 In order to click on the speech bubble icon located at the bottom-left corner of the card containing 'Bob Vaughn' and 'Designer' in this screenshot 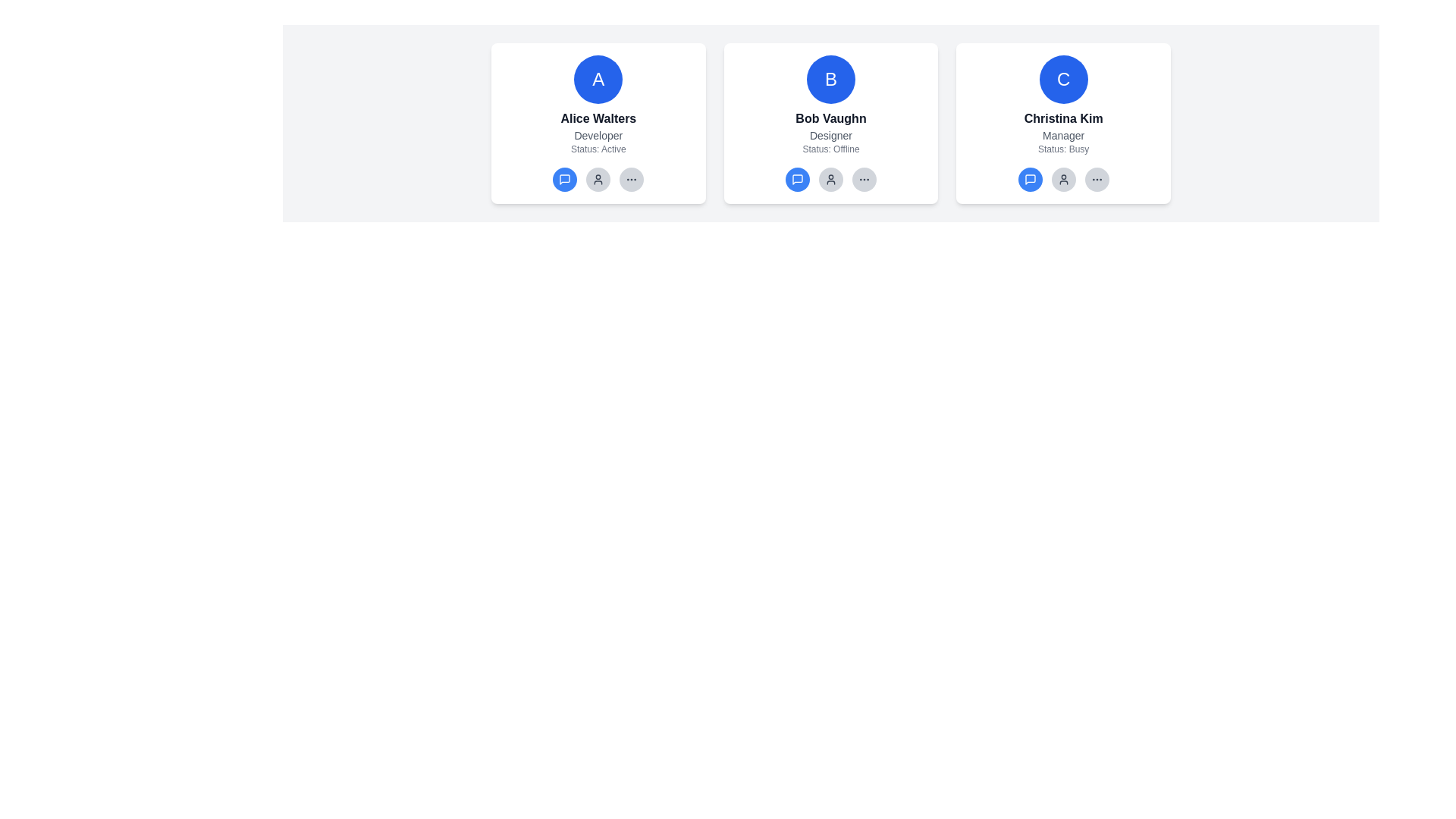, I will do `click(796, 178)`.